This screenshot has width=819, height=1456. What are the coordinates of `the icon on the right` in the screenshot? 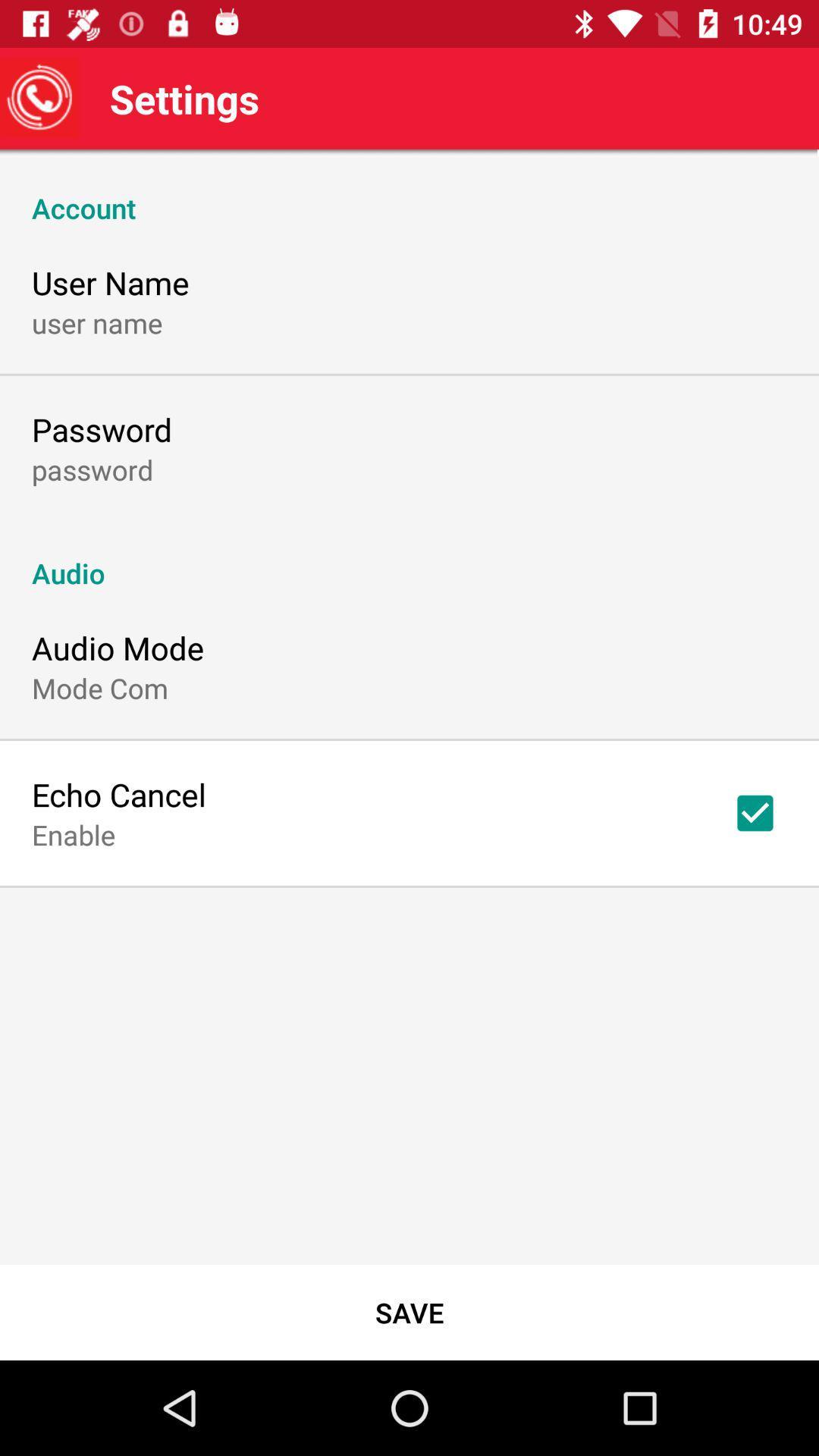 It's located at (755, 812).